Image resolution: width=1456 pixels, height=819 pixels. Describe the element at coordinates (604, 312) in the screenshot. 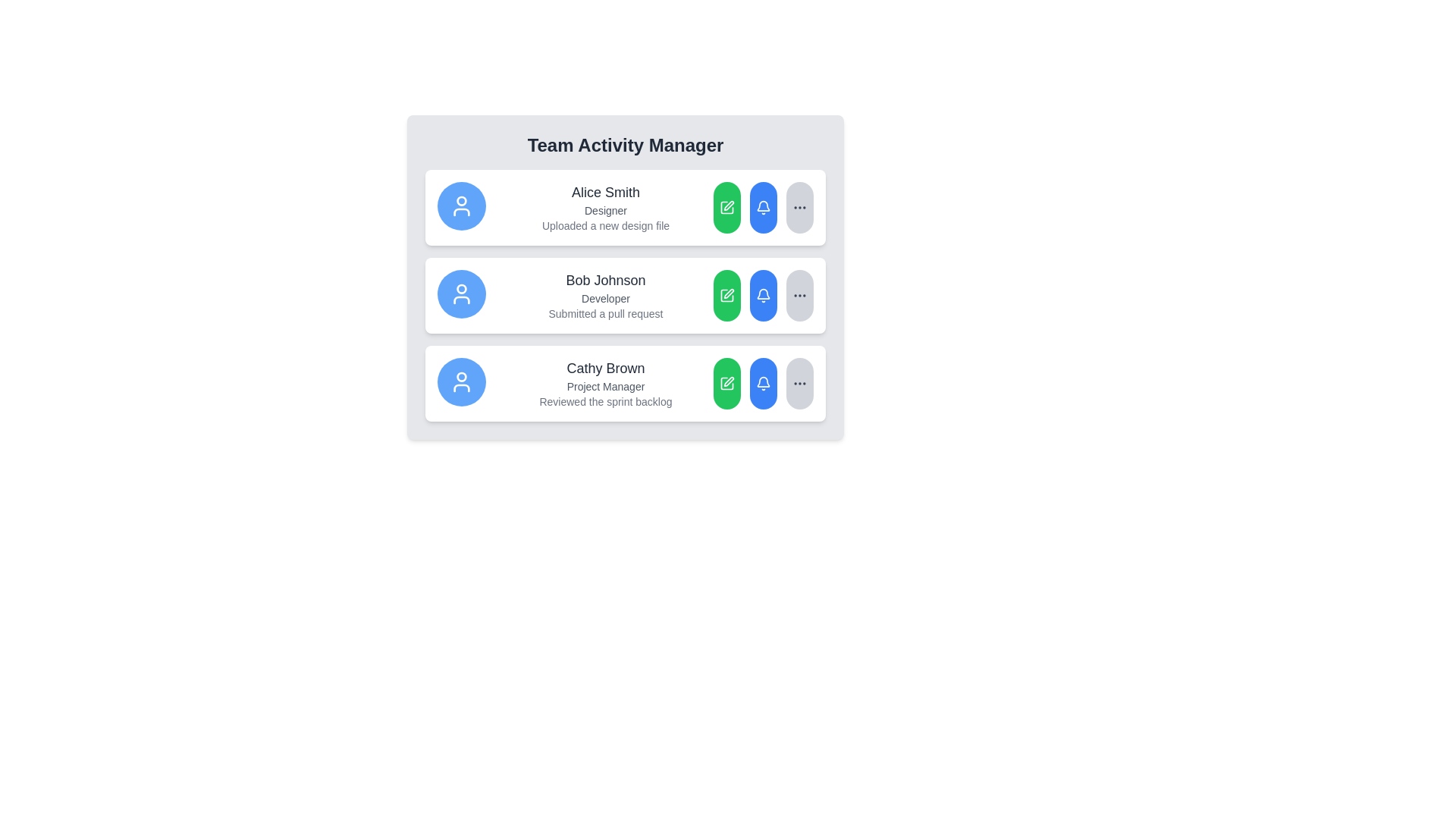

I see `the text label that says 'Submitted a pull request', which is styled in gray and positioned below 'Bob Johnson' and the 'Developer' label in the 'Team Activity Manager' list` at that location.